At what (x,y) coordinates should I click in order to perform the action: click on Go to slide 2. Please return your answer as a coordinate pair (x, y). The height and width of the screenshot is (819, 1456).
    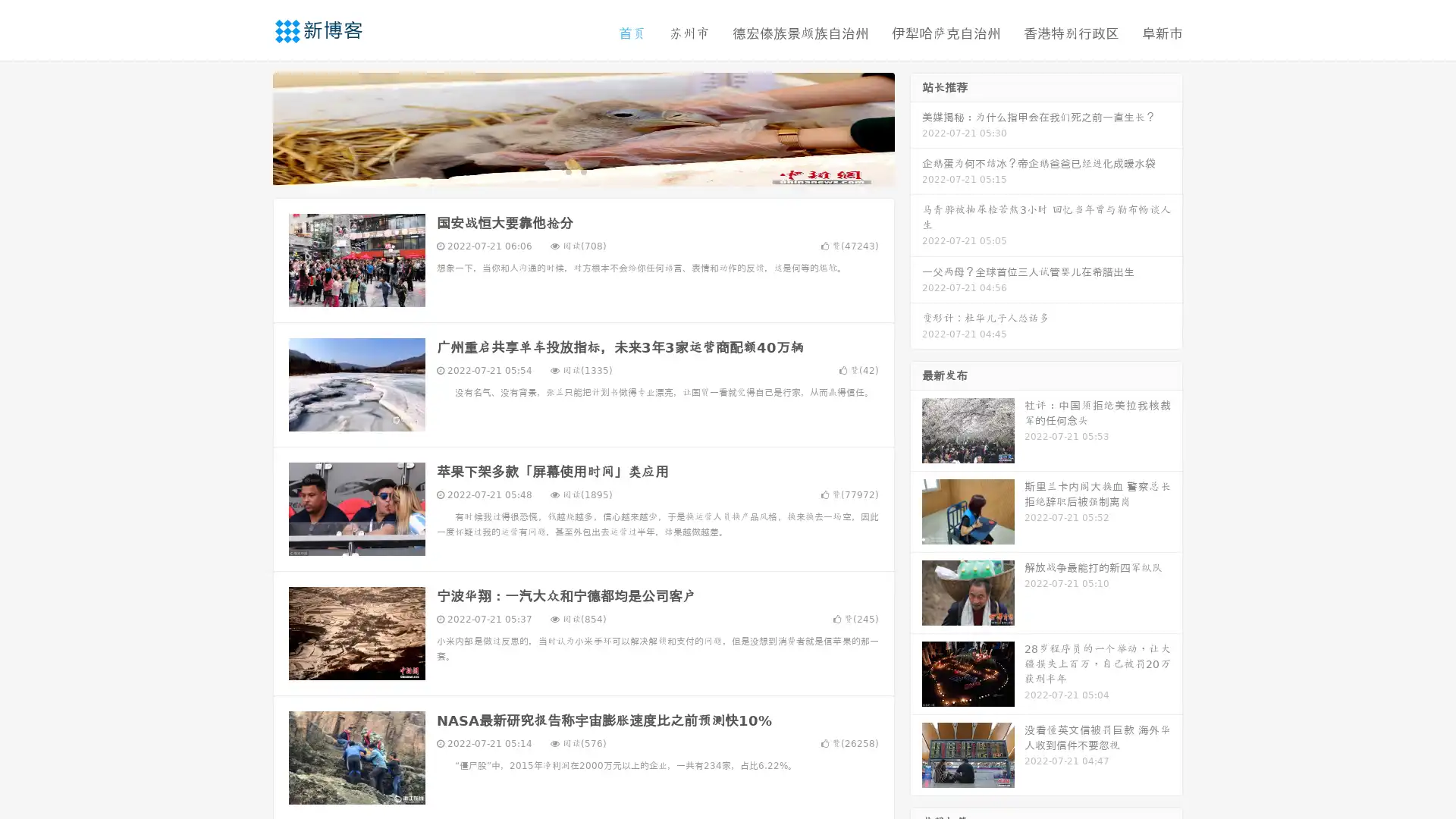
    Looking at the image, I should click on (582, 171).